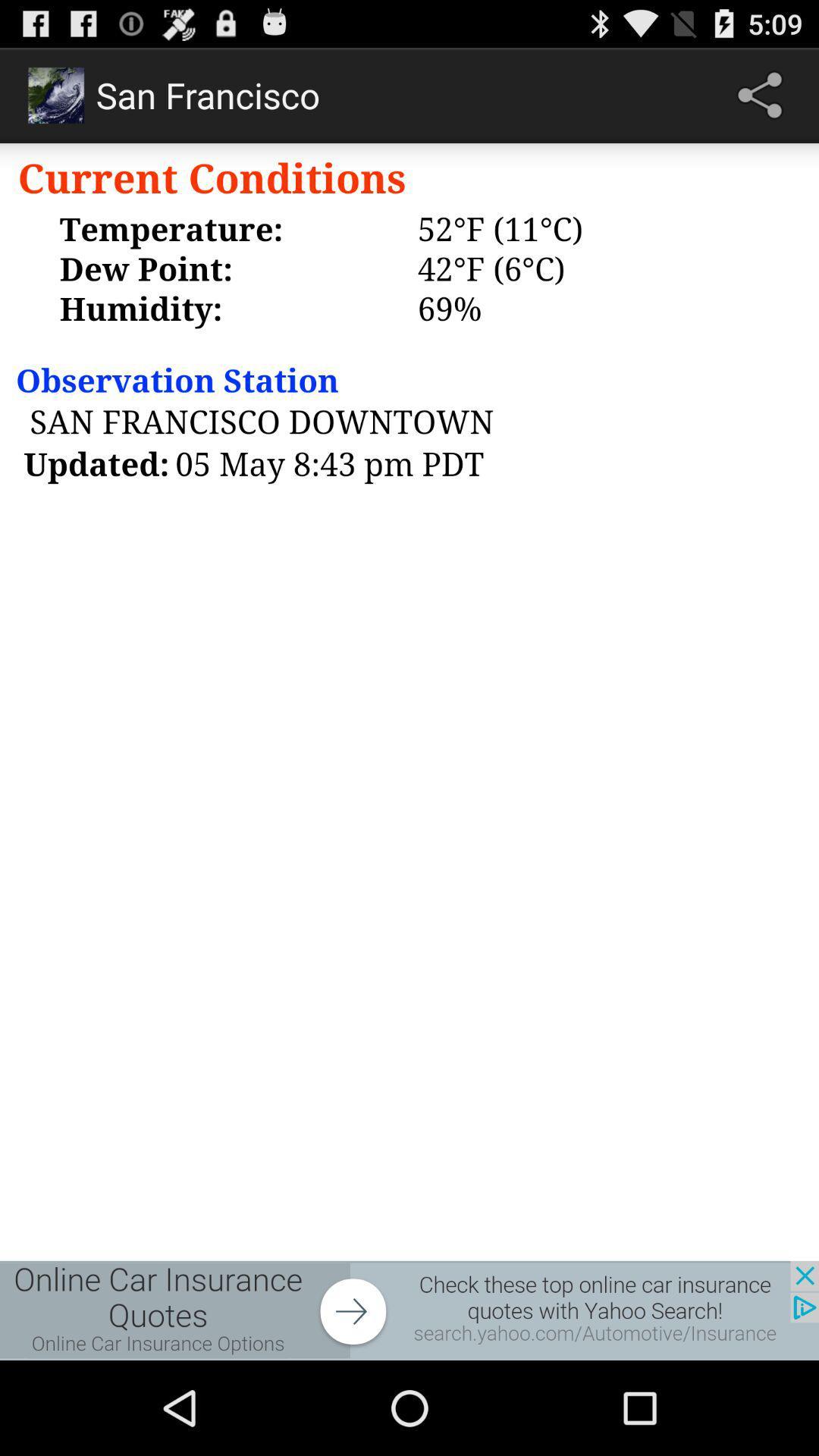  Describe the element at coordinates (409, 1310) in the screenshot. I see `the adversitement` at that location.